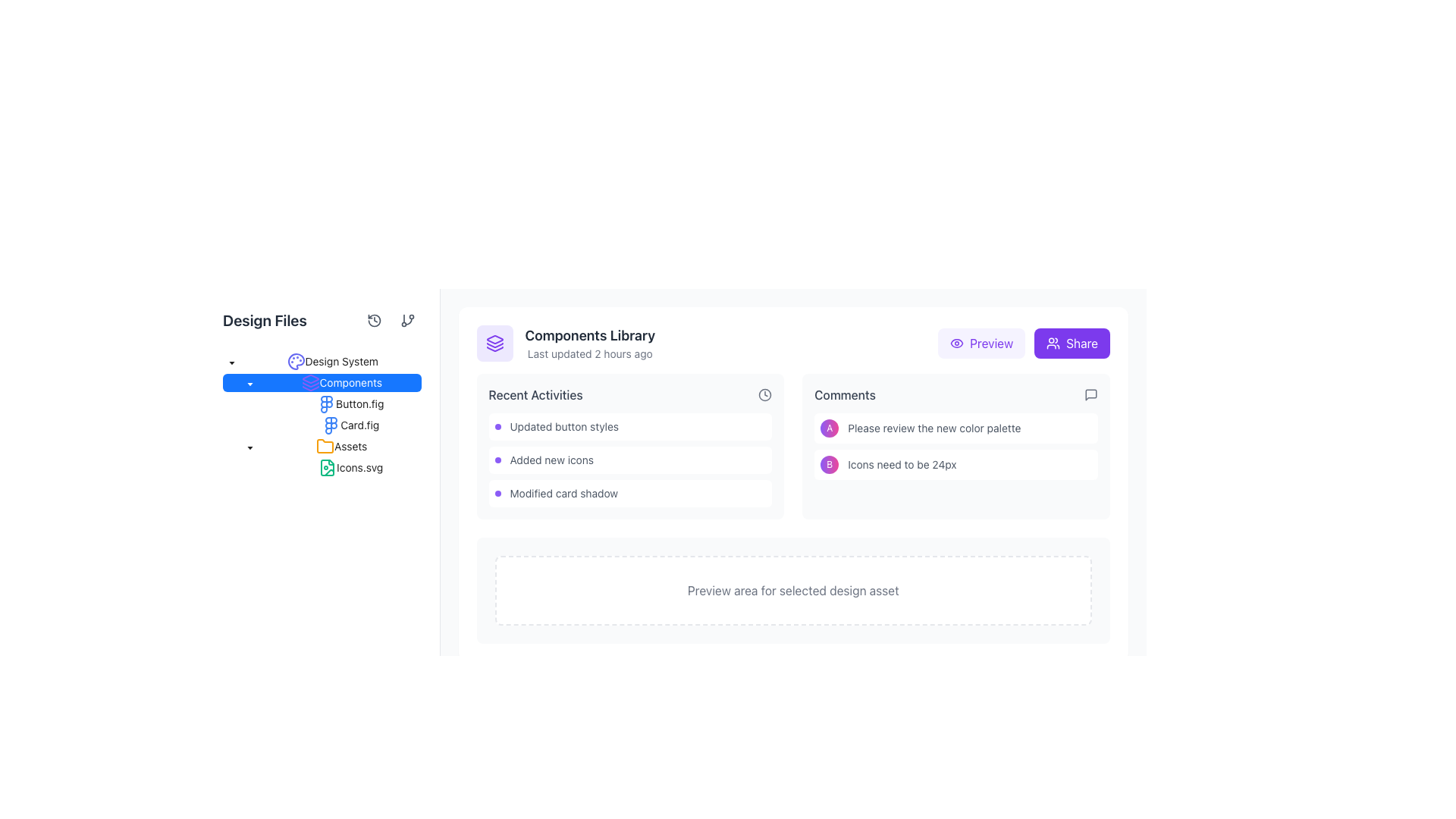  What do you see at coordinates (250, 382) in the screenshot?
I see `the downward caret icon next to the 'Components' label` at bounding box center [250, 382].